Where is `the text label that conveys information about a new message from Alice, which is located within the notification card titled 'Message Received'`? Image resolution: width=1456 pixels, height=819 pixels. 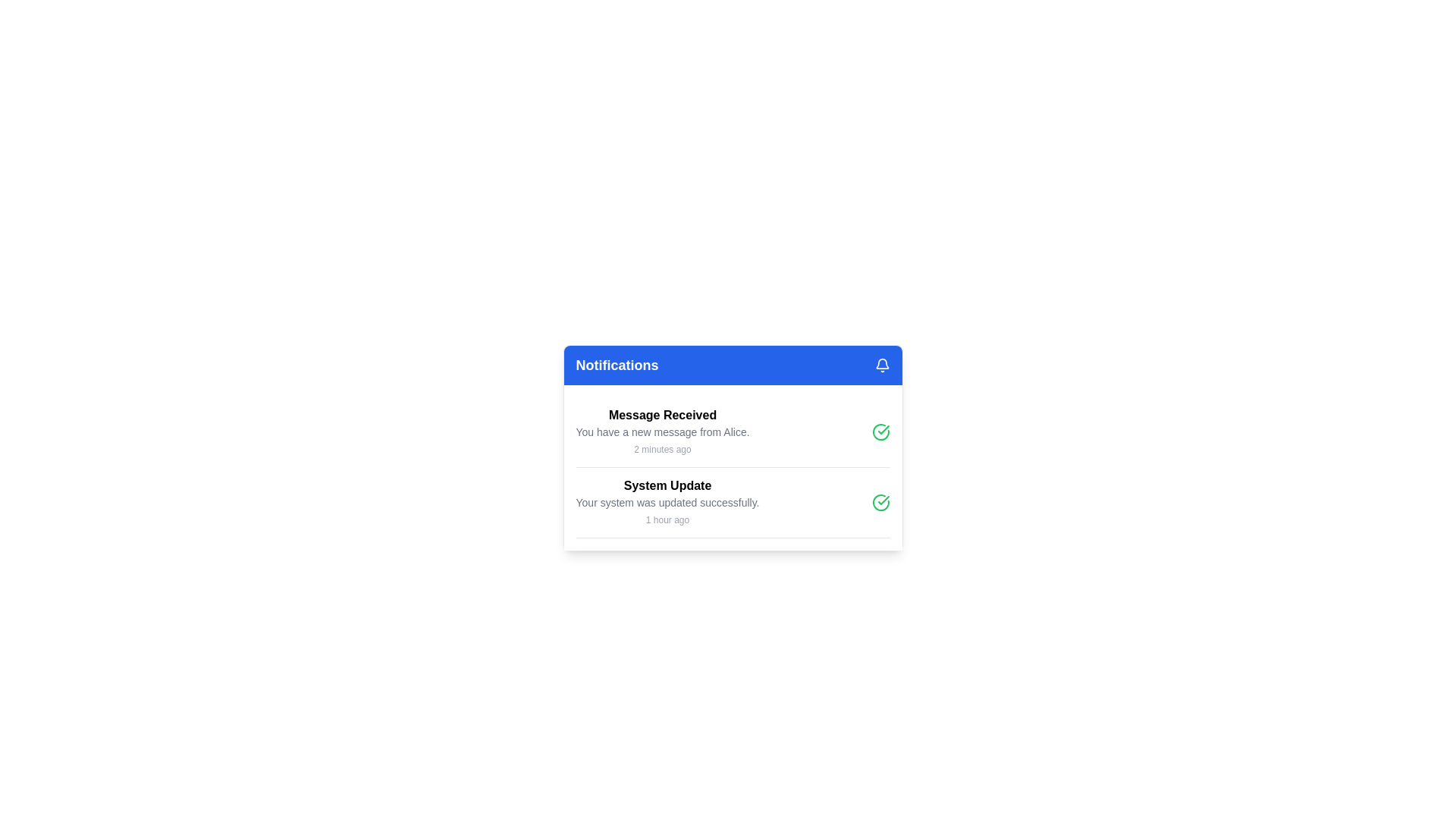
the text label that conveys information about a new message from Alice, which is located within the notification card titled 'Message Received' is located at coordinates (662, 432).